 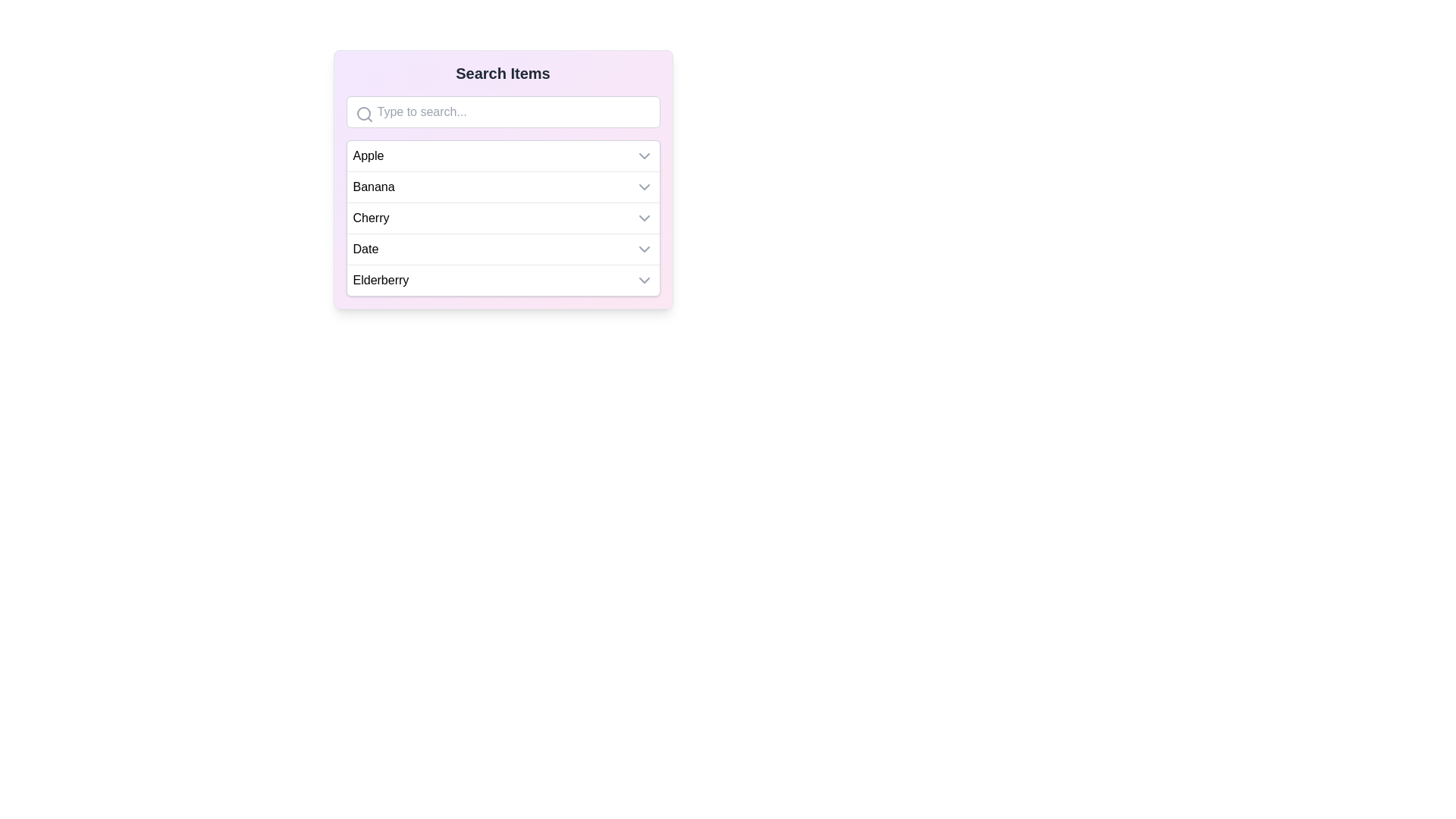 What do you see at coordinates (503, 218) in the screenshot?
I see `the 'Cherry' item in the selectable list` at bounding box center [503, 218].